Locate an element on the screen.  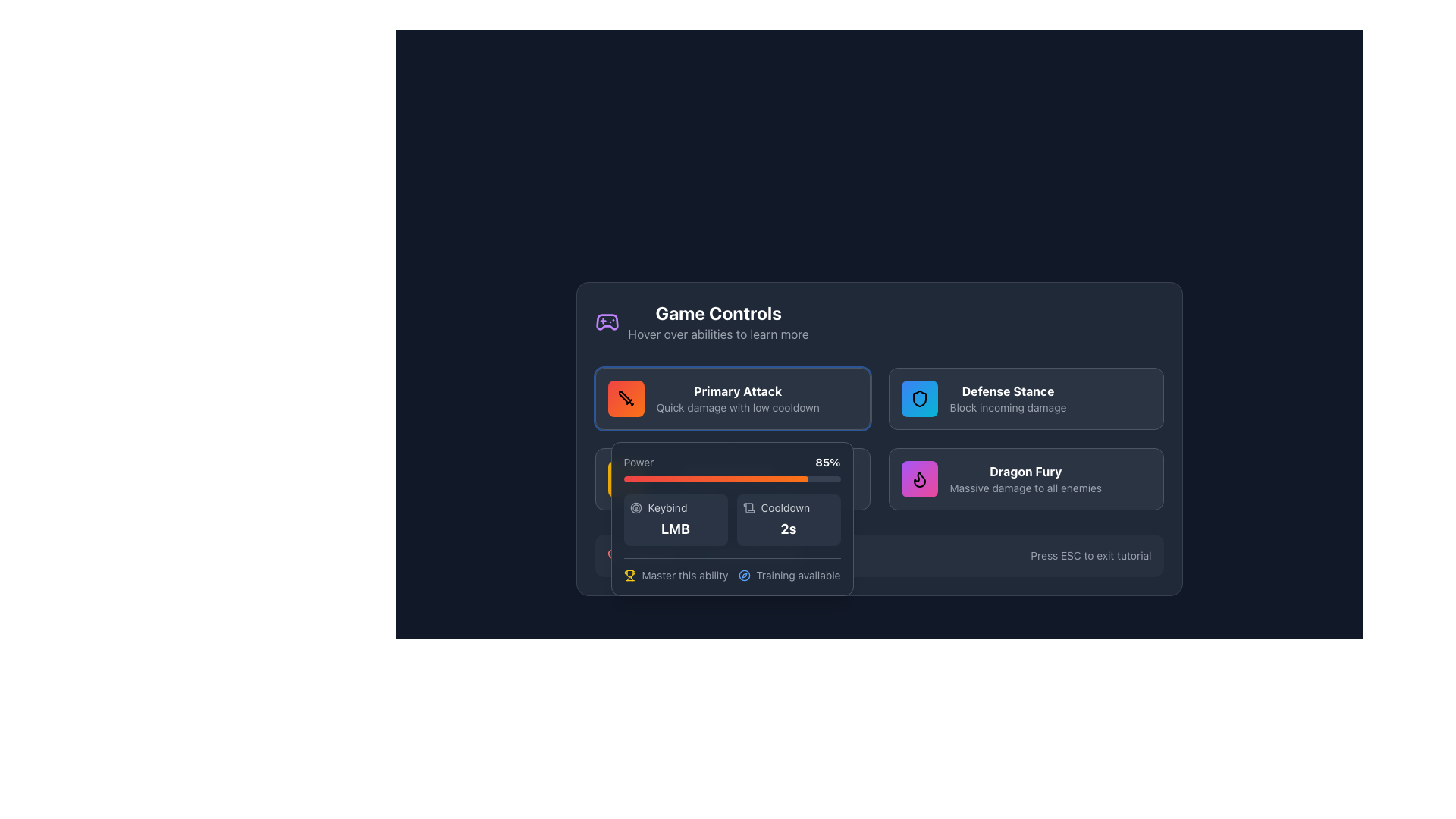
the cooldown duration label located in the UI, which is positioned above the '2s' numeric indicator and to the right of a scroll icon, to access related functionality or information is located at coordinates (789, 508).